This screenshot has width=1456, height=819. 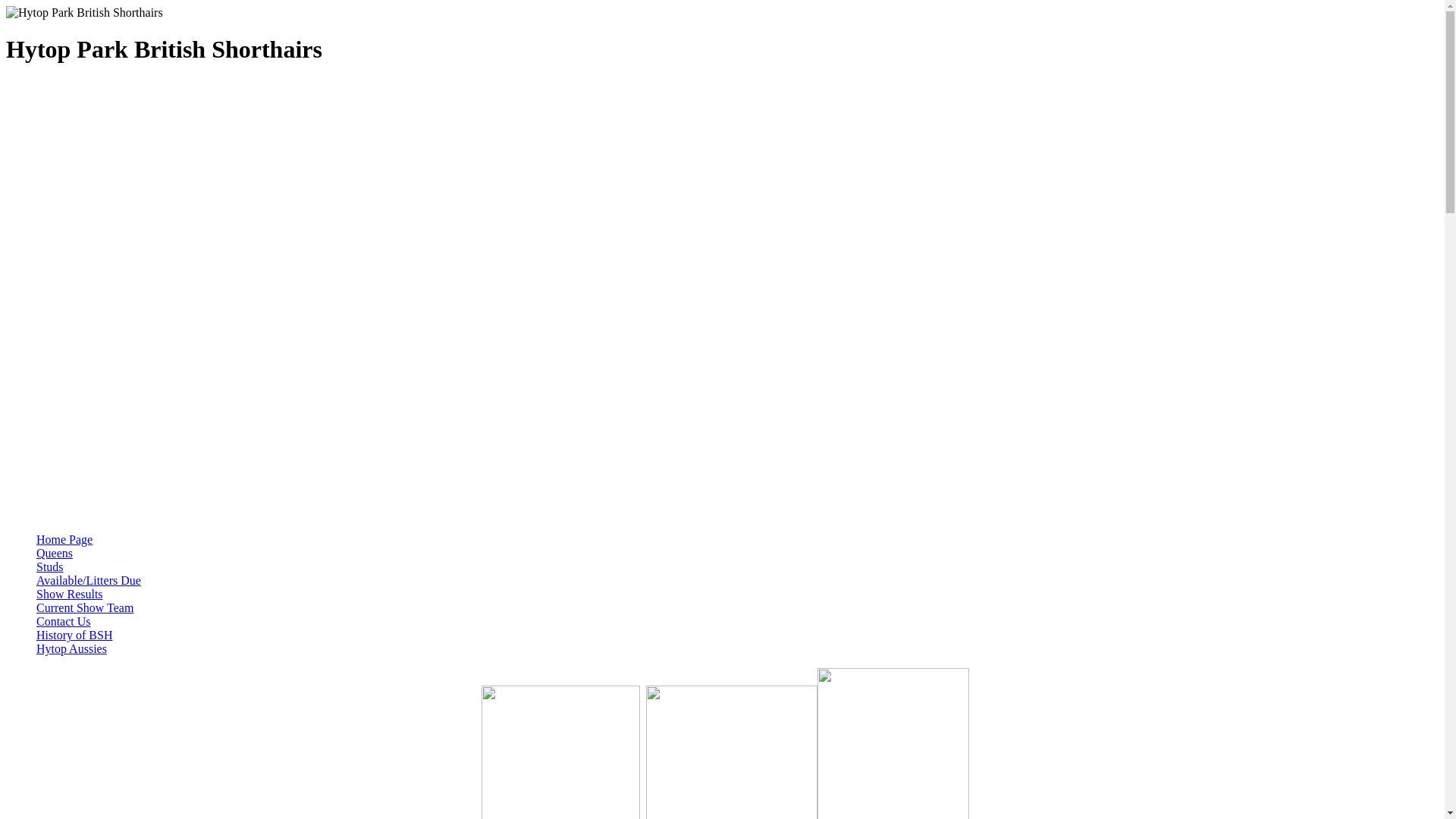 I want to click on 'Show Results', so click(x=68, y=593).